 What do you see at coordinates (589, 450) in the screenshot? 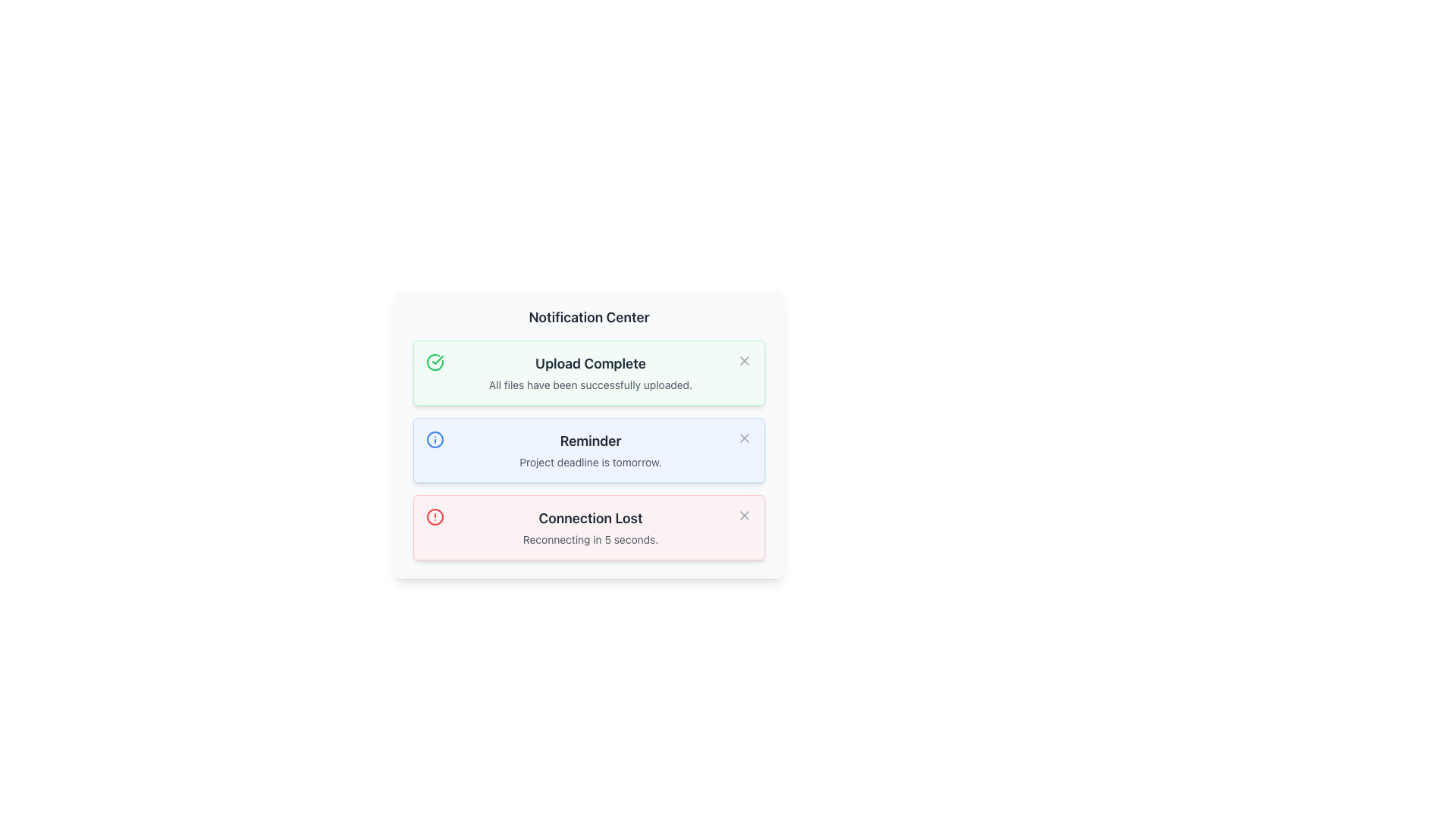
I see `the text block titled 'Reminder' which contains the subtitle 'Project deadline is tomorrow.' in the Notification Center interface` at bounding box center [589, 450].